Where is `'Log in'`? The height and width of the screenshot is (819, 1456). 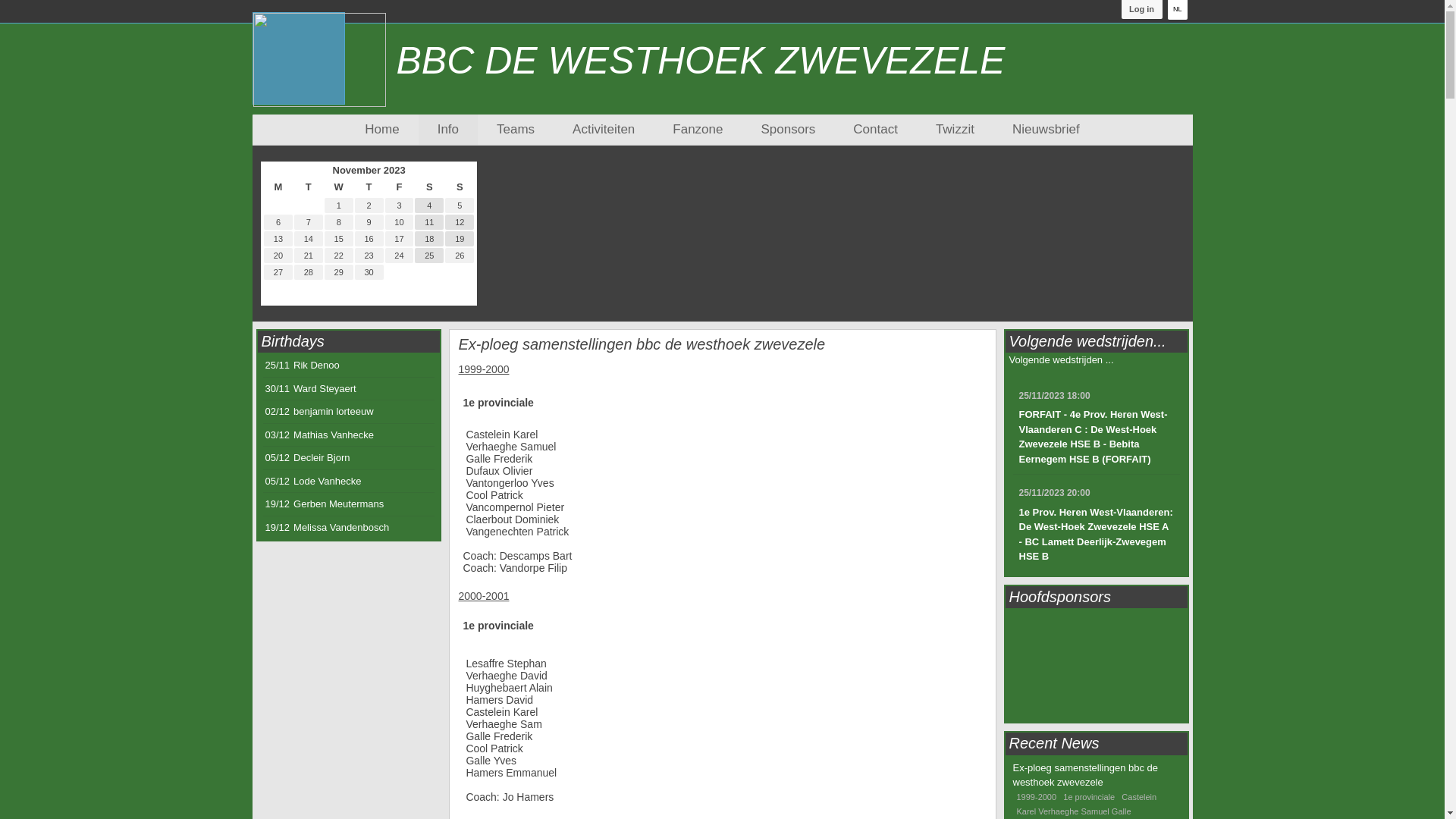 'Log in' is located at coordinates (1121, 9).